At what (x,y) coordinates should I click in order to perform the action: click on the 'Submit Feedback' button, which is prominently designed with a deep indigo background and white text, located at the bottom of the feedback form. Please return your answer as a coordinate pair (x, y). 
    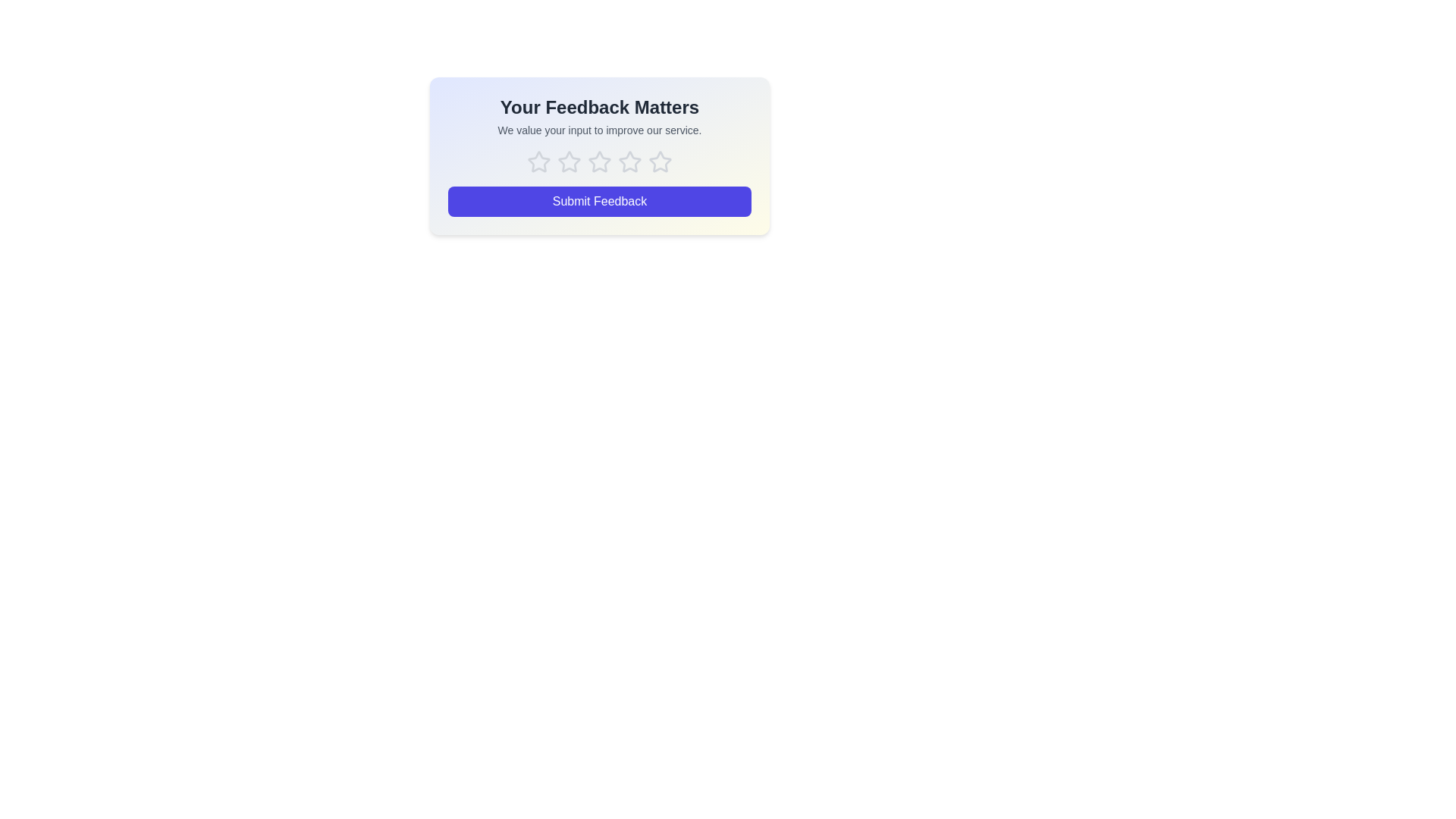
    Looking at the image, I should click on (599, 201).